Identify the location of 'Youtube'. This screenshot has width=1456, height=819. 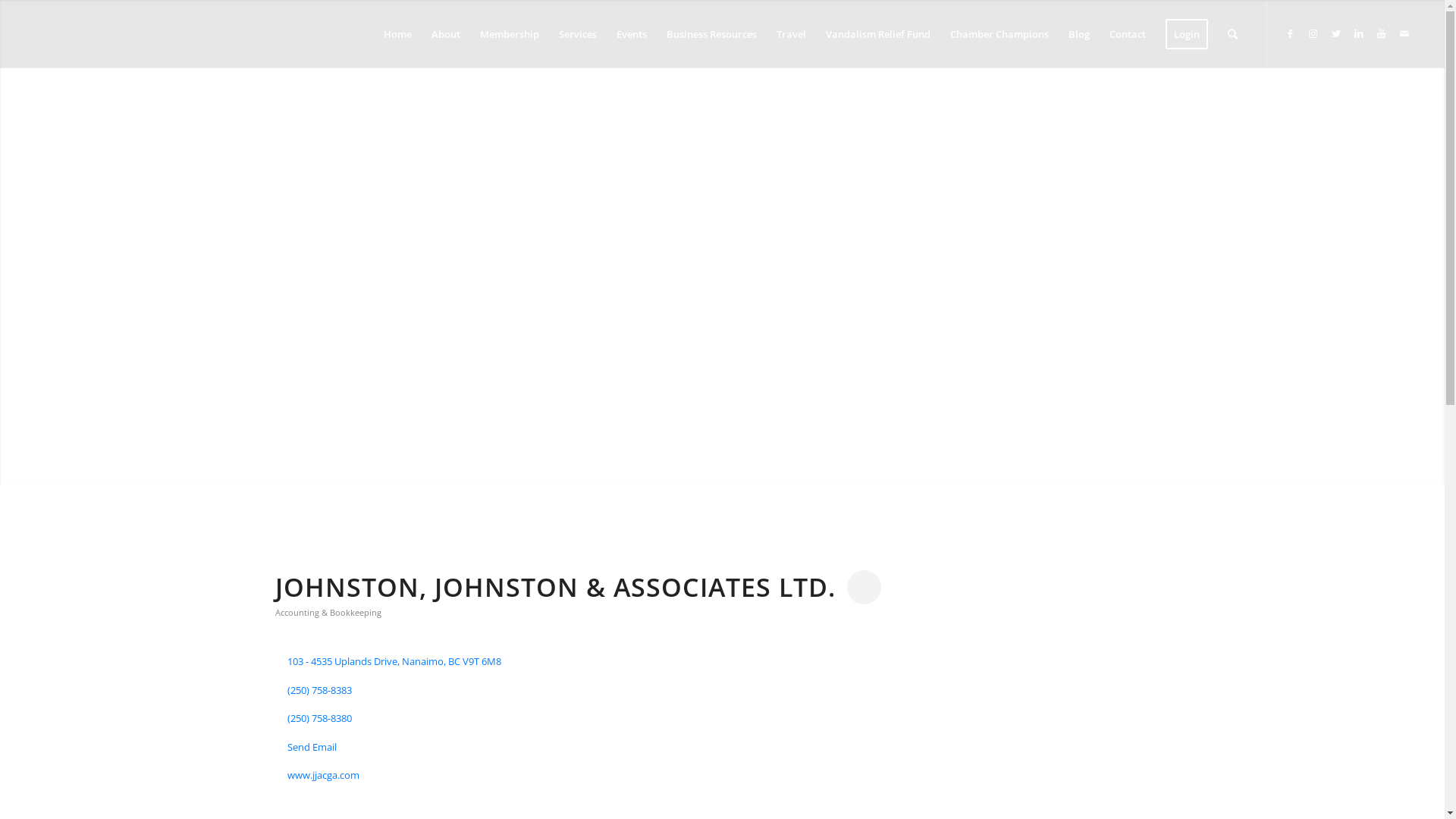
(1382, 33).